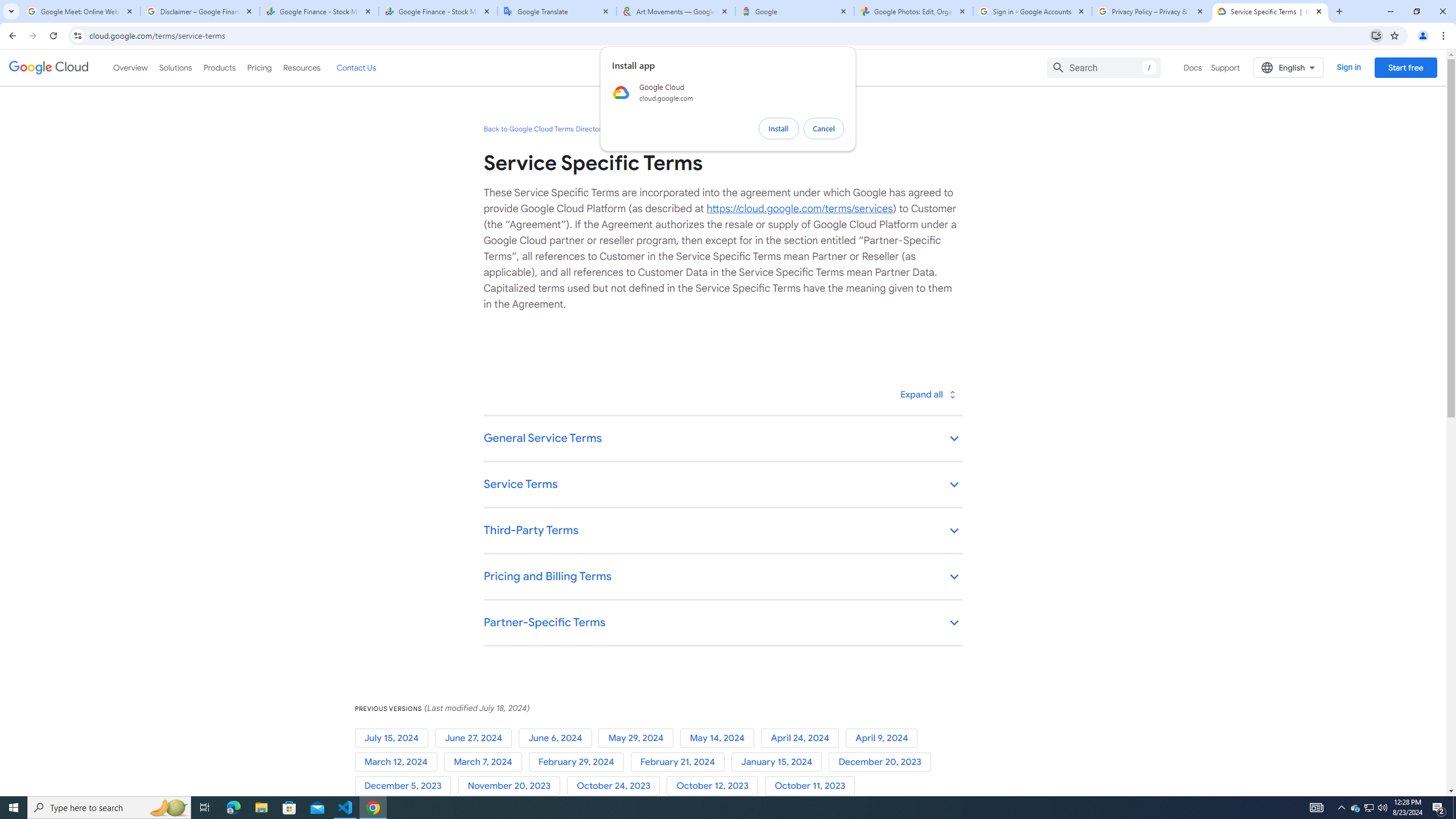 The width and height of the screenshot is (1456, 819). Describe the element at coordinates (130, 67) in the screenshot. I see `'Overview'` at that location.